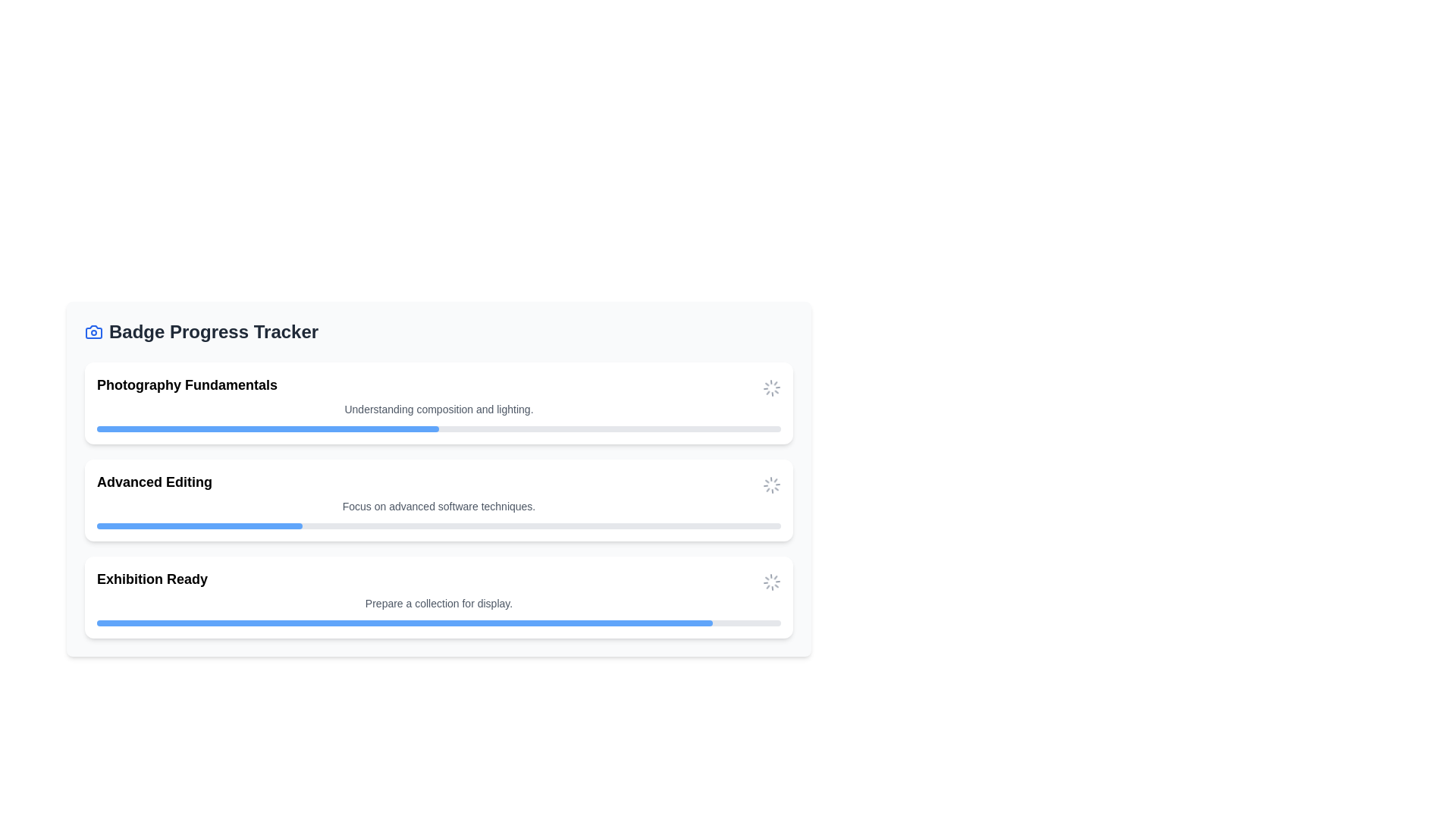  What do you see at coordinates (438, 623) in the screenshot?
I see `the progress represented by the Progress Bar located at the bottom of the 'Exhibition Ready' section, below the text 'Prepare a collection for display.'` at bounding box center [438, 623].